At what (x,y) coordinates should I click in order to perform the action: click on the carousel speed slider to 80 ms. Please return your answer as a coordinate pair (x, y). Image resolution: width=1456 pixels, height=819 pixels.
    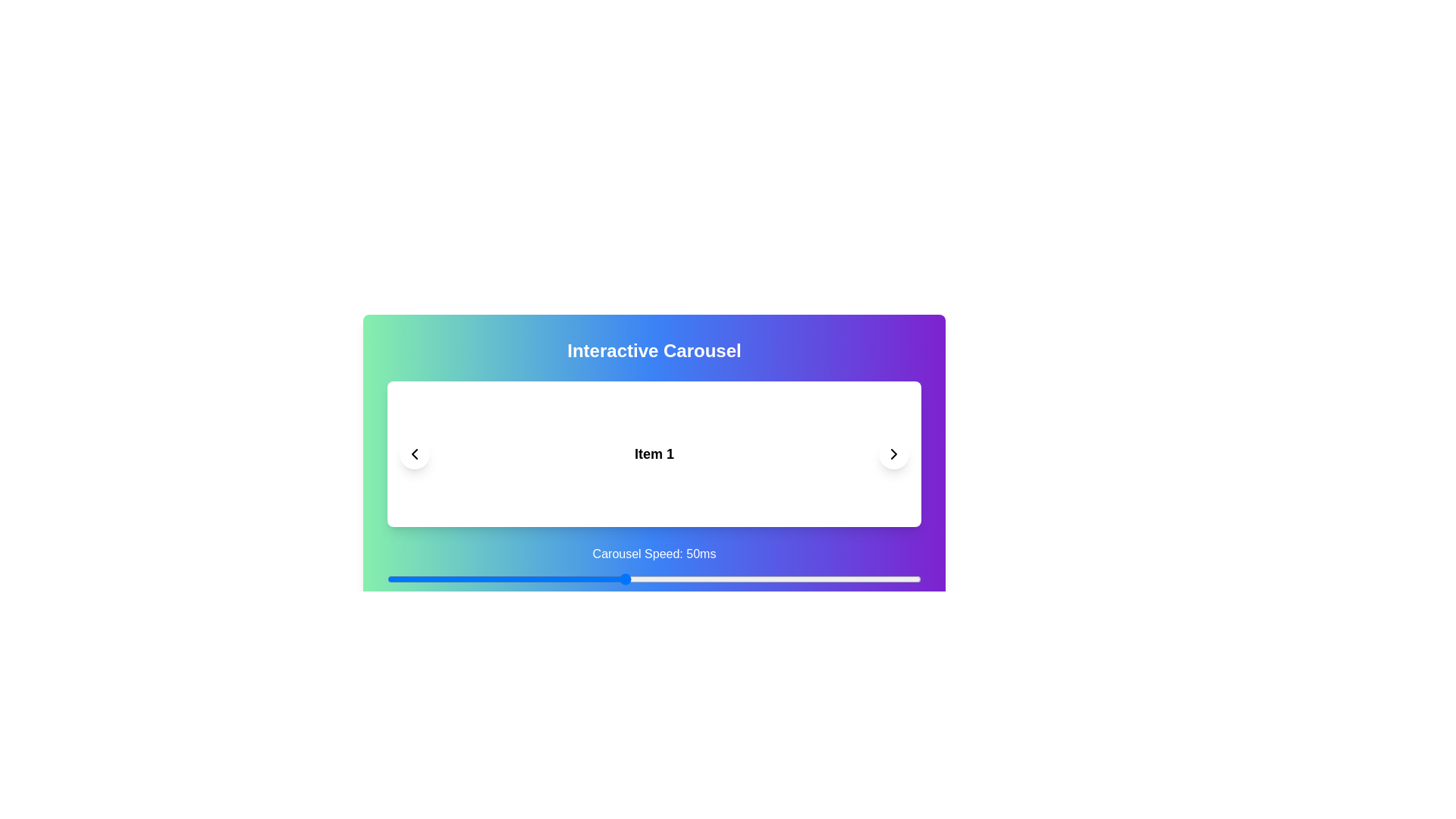
    Looking at the image, I should click on (802, 579).